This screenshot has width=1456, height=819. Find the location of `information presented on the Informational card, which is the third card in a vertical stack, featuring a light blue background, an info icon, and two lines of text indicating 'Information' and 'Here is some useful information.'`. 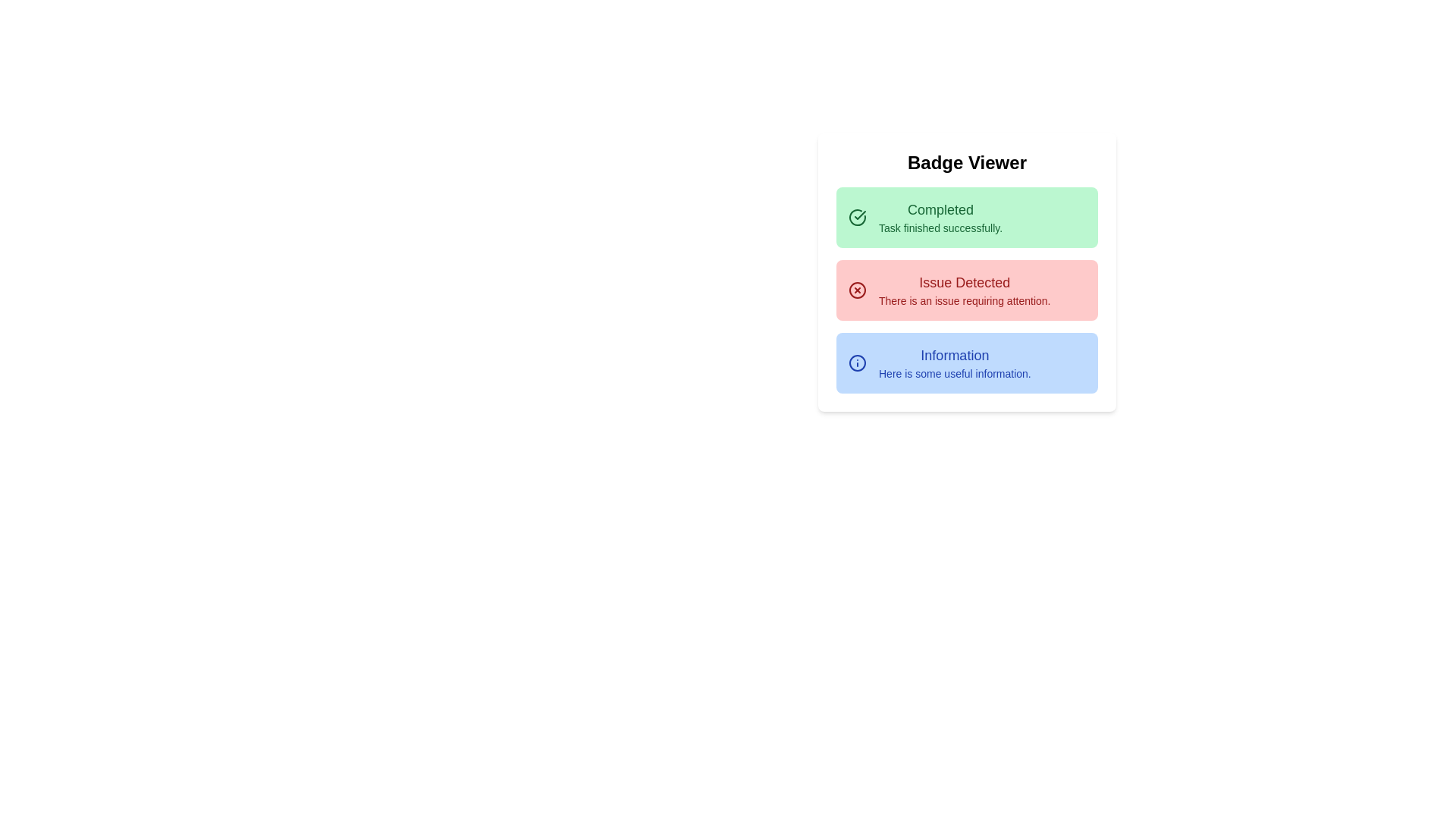

information presented on the Informational card, which is the third card in a vertical stack, featuring a light blue background, an info icon, and two lines of text indicating 'Information' and 'Here is some useful information.' is located at coordinates (966, 362).